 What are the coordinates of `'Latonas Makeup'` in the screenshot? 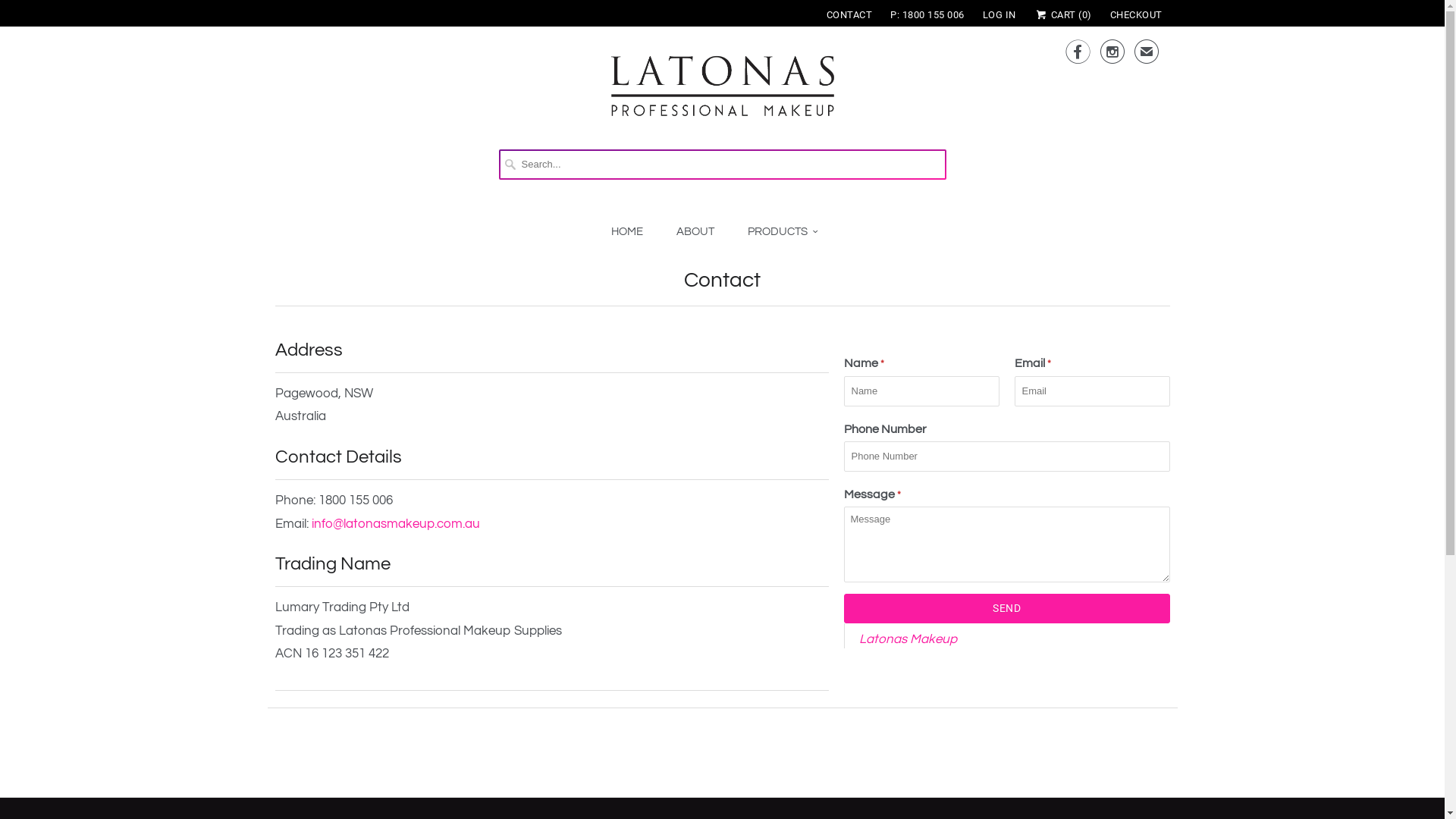 It's located at (722, 93).